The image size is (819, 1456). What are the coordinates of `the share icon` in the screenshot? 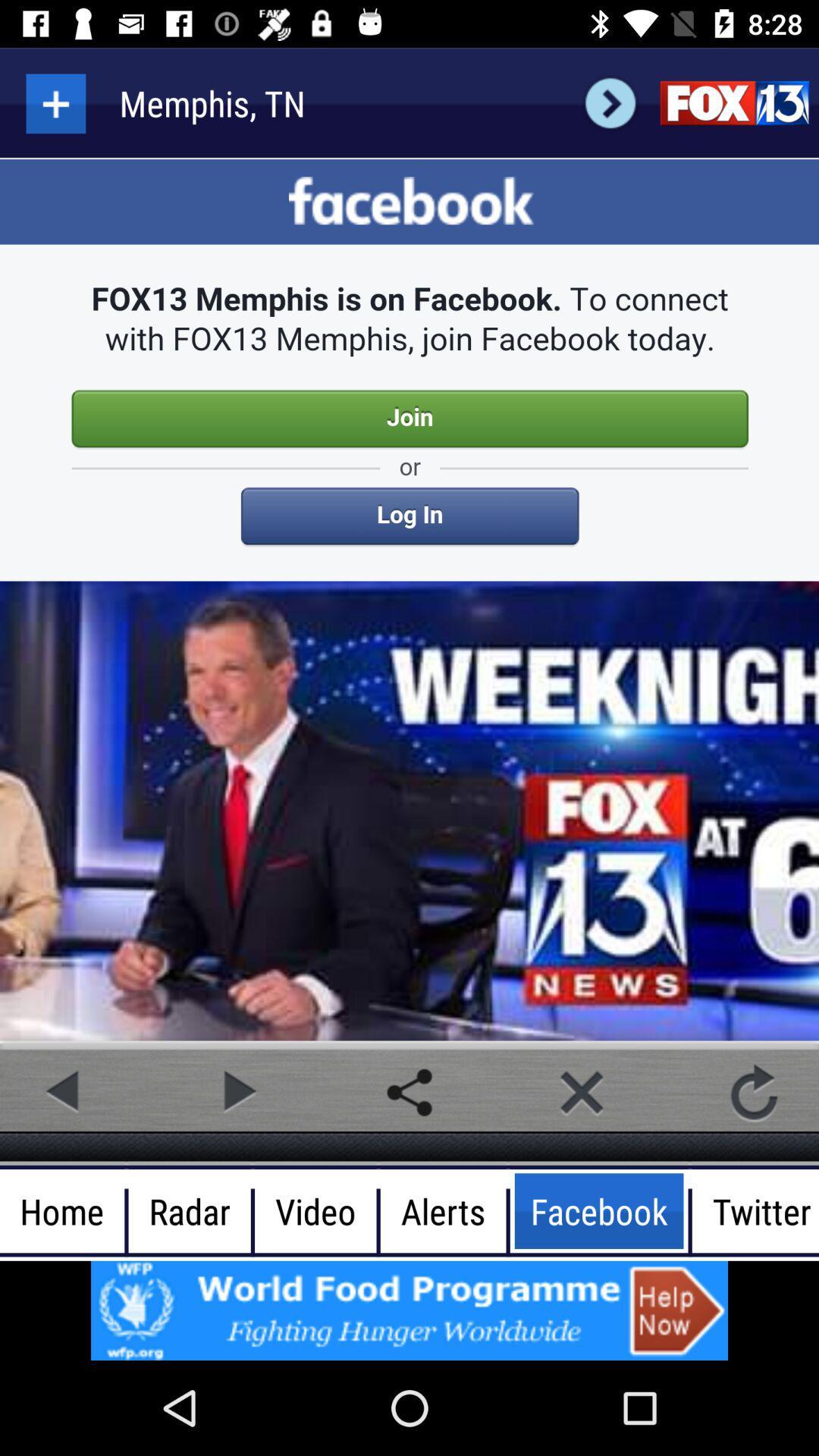 It's located at (409, 1092).